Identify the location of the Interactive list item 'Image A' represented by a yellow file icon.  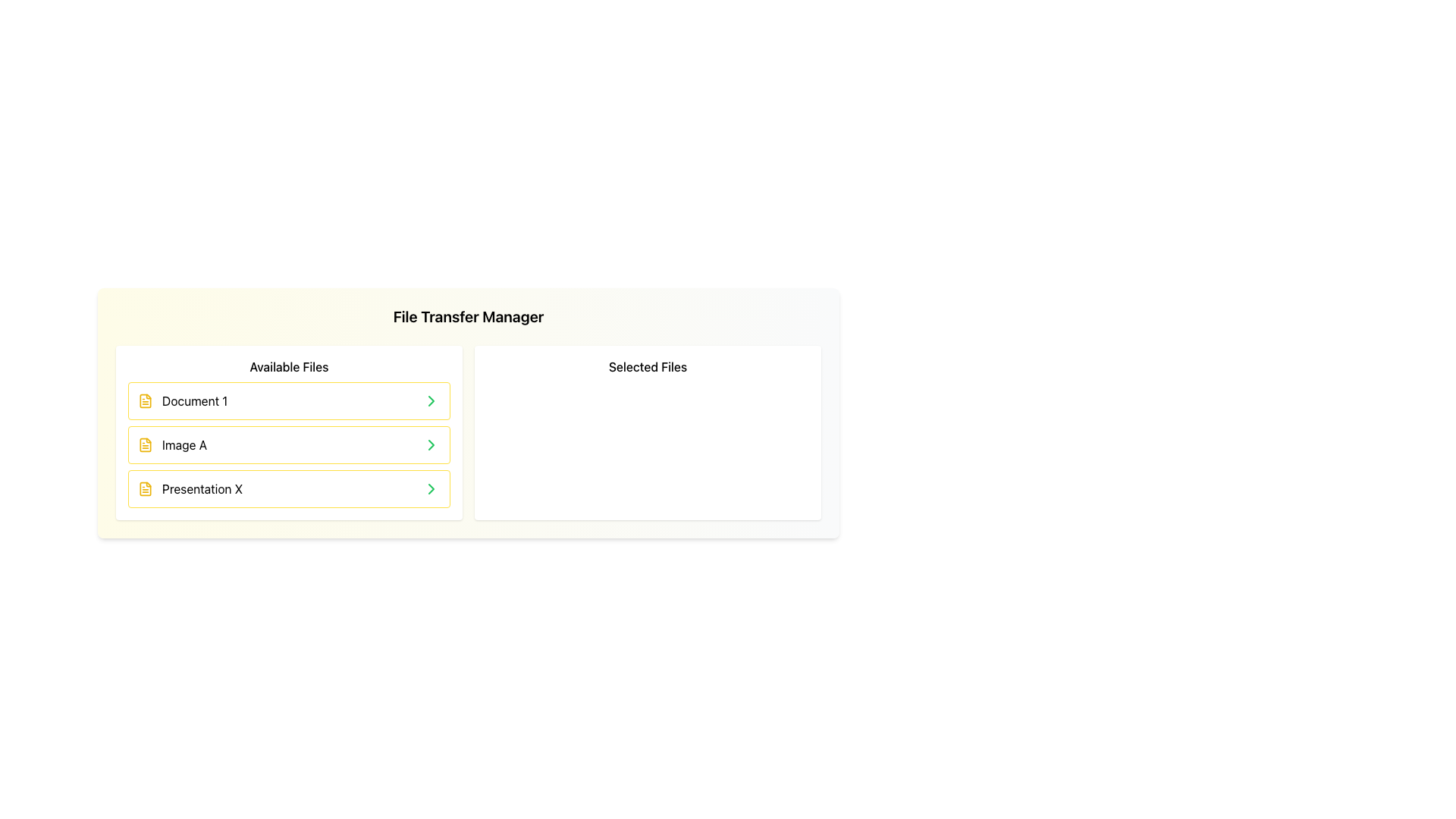
(172, 444).